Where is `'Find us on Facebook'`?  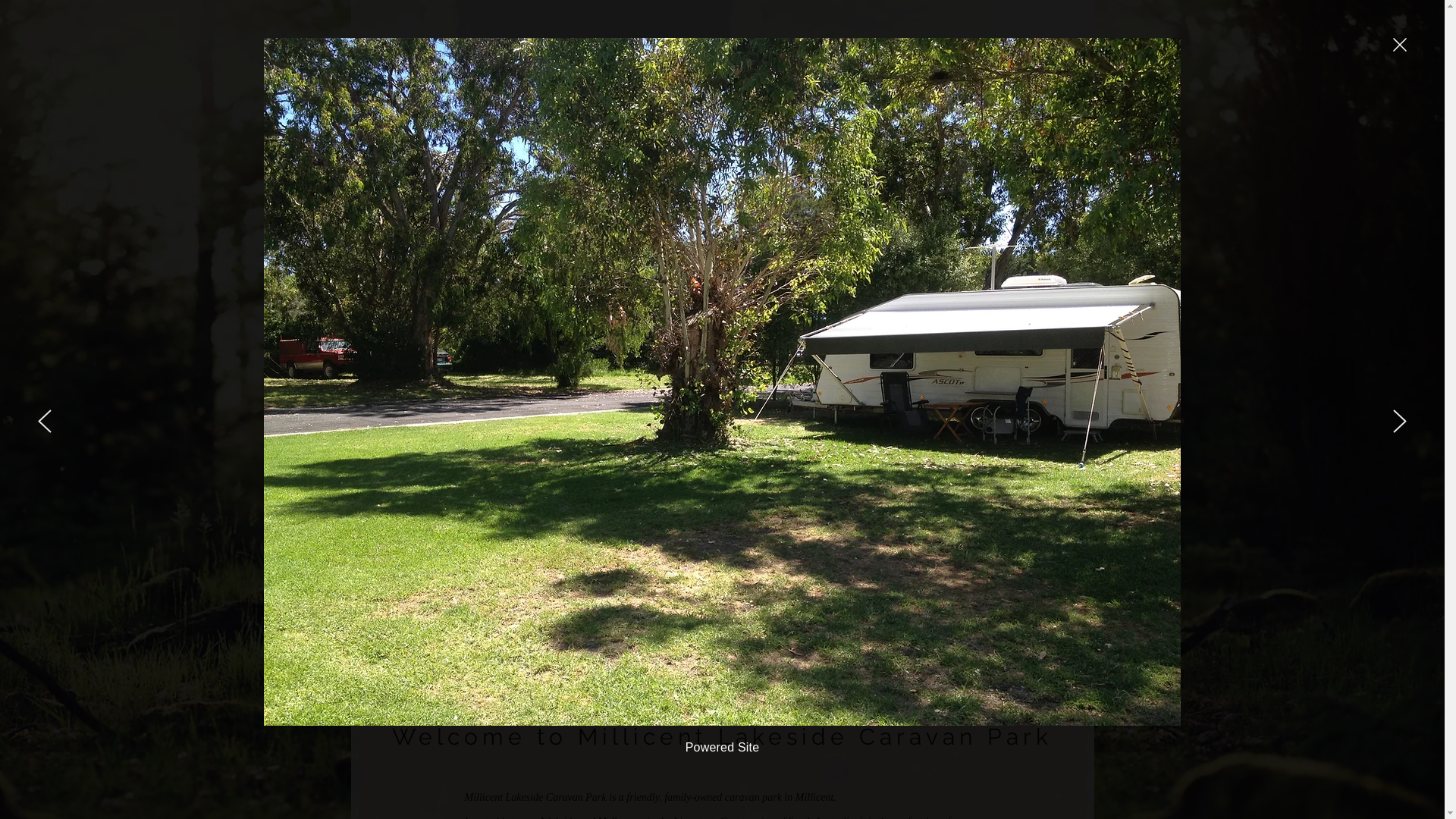
'Find us on Facebook' is located at coordinates (1026, 121).